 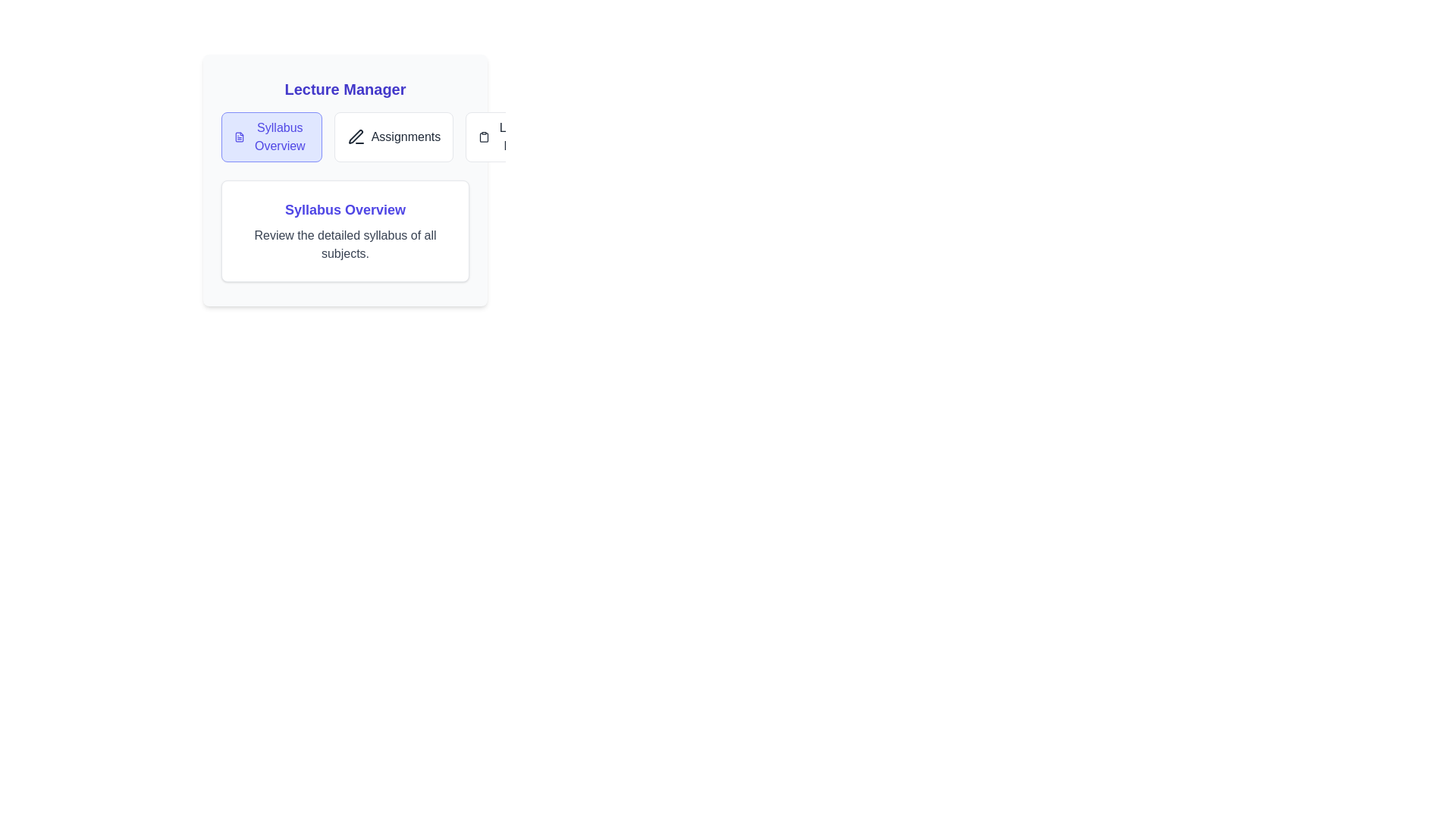 I want to click on the navigational button located on the far right of the horizontal menu group, following 'Lecture Notes', so click(x=626, y=137).